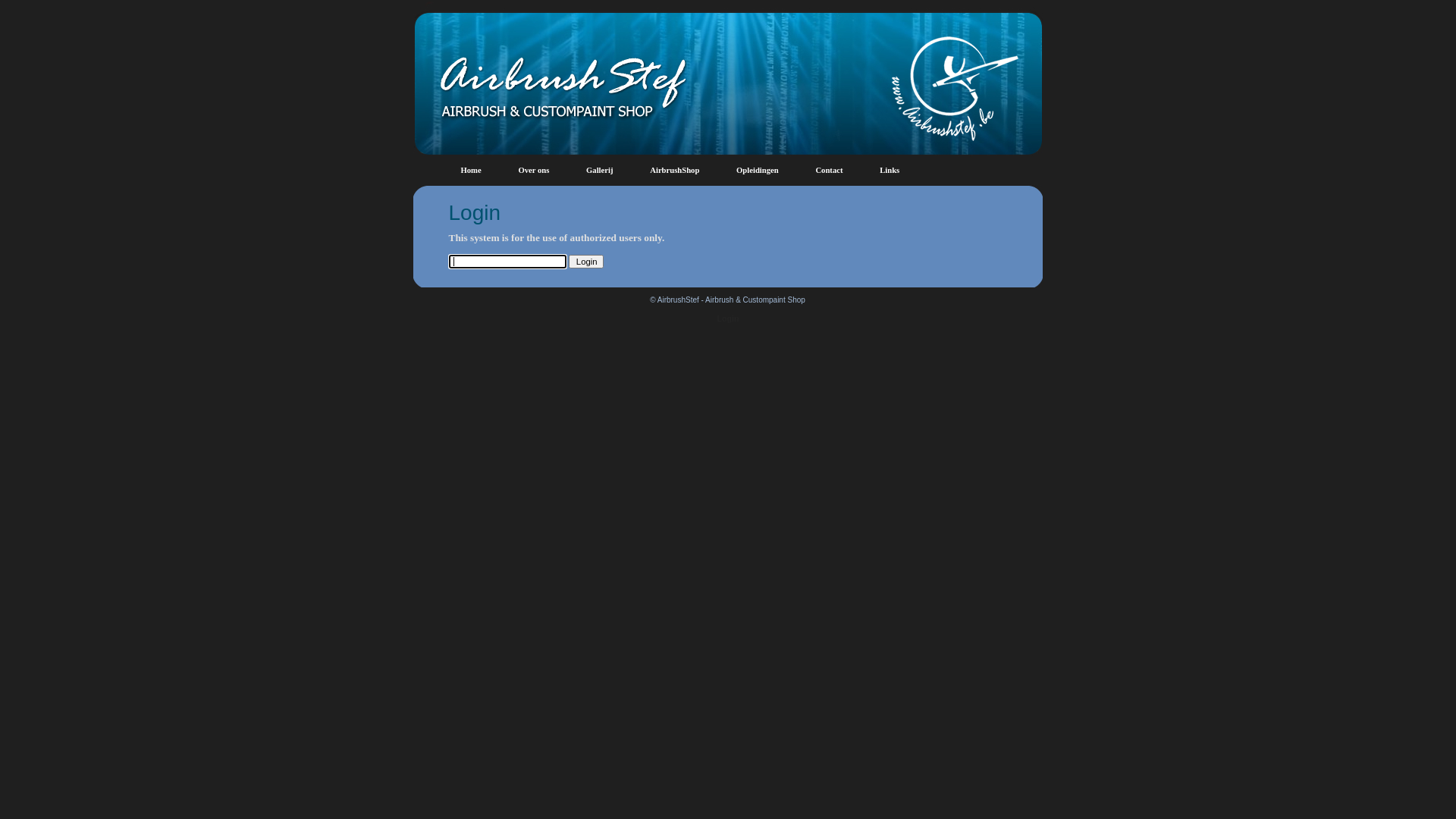 This screenshot has width=1456, height=819. Describe the element at coordinates (599, 170) in the screenshot. I see `'Gallerij'` at that location.